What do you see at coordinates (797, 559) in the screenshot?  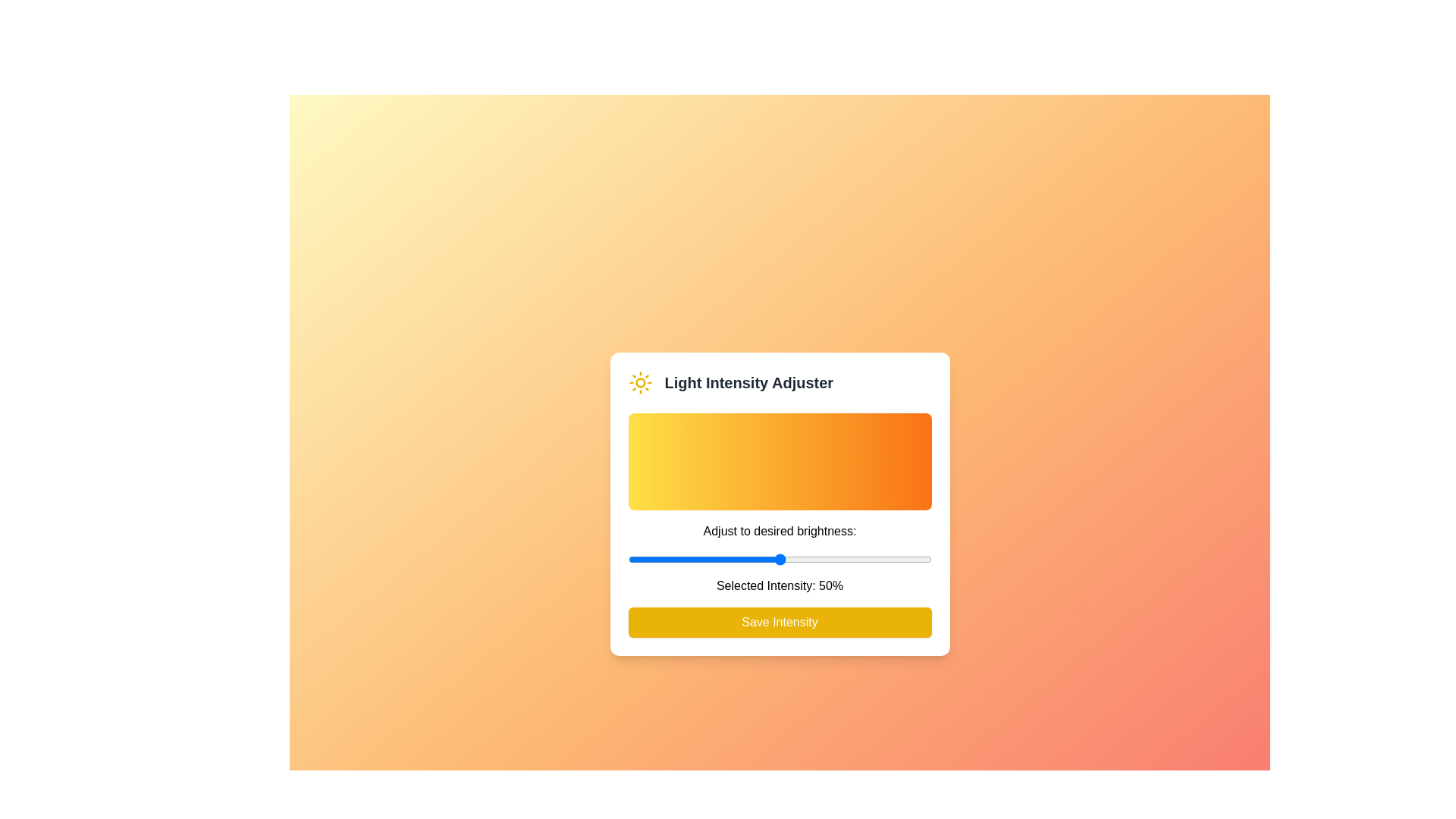 I see `the light intensity to 56% by dragging the slider` at bounding box center [797, 559].